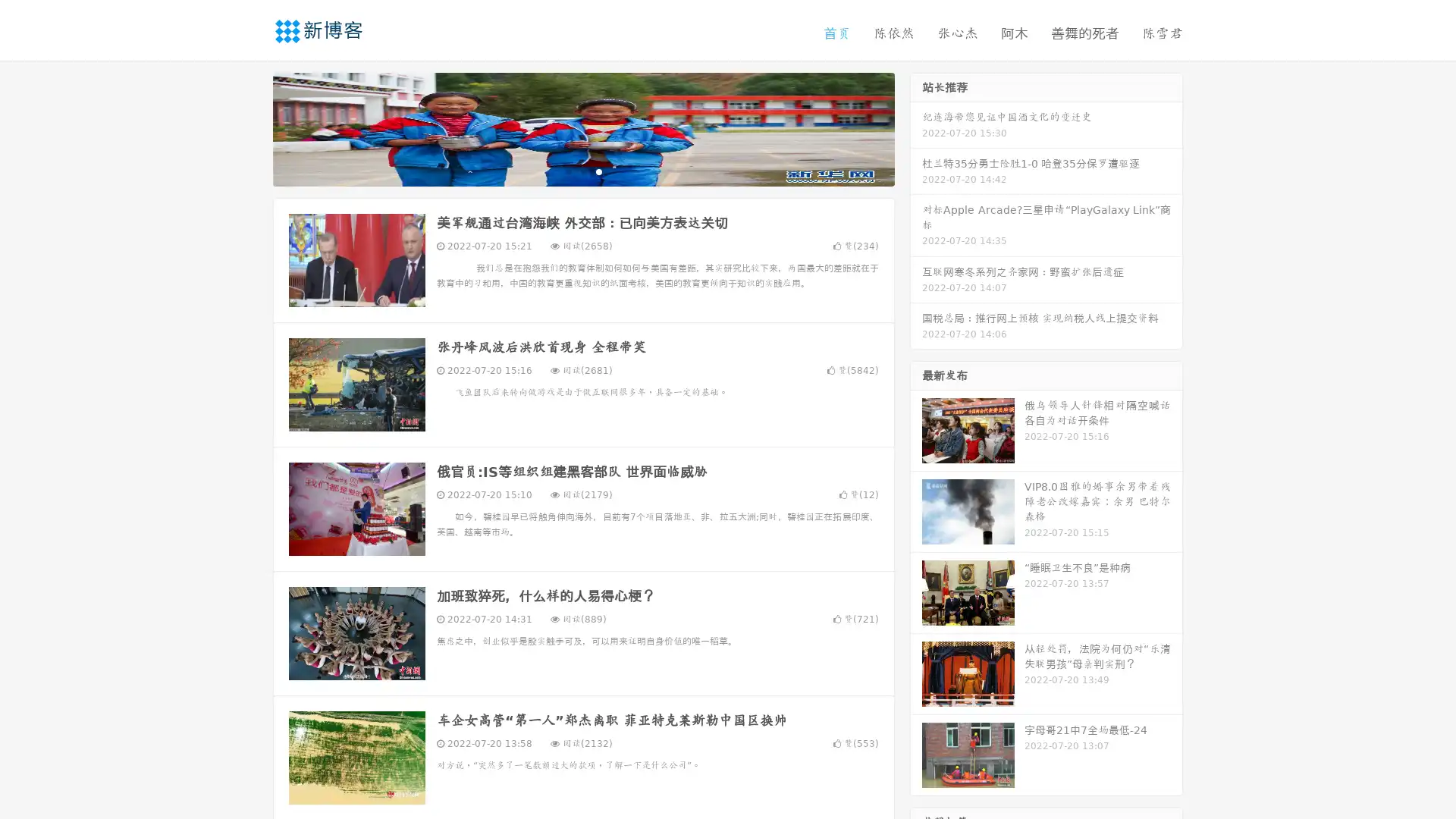 This screenshot has width=1456, height=819. I want to click on Next slide, so click(916, 127).